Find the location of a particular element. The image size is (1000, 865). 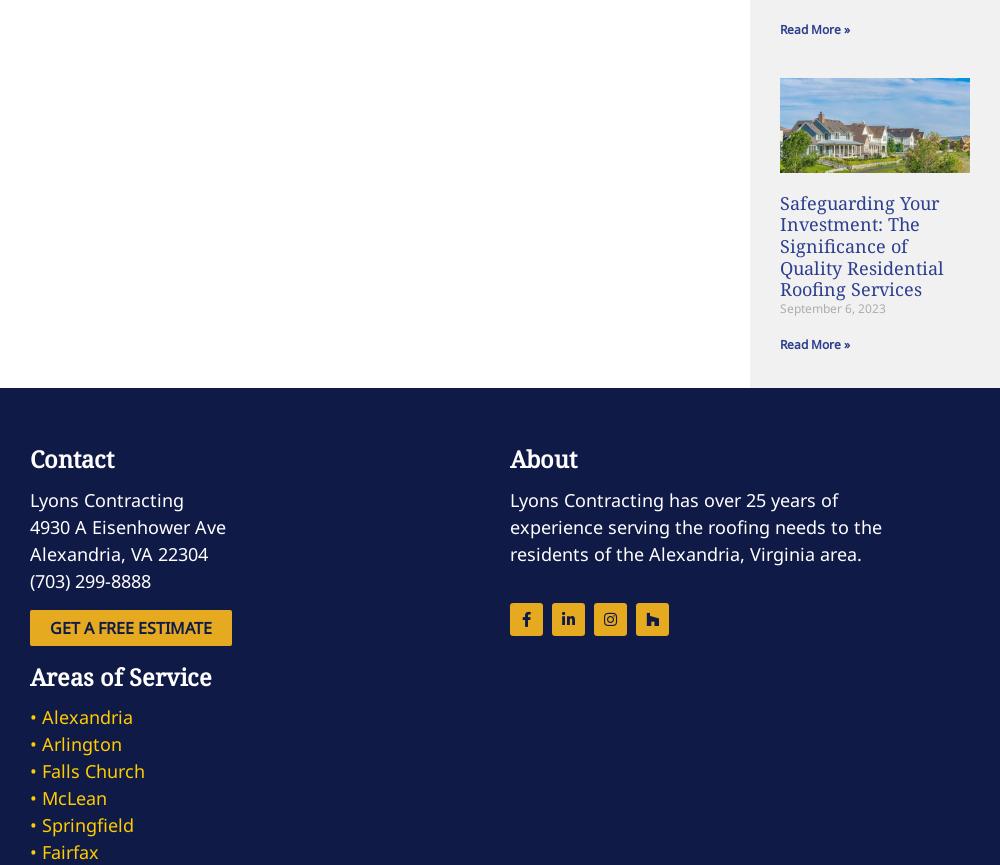

'Alexandria, VA 22304' is located at coordinates (118, 551).